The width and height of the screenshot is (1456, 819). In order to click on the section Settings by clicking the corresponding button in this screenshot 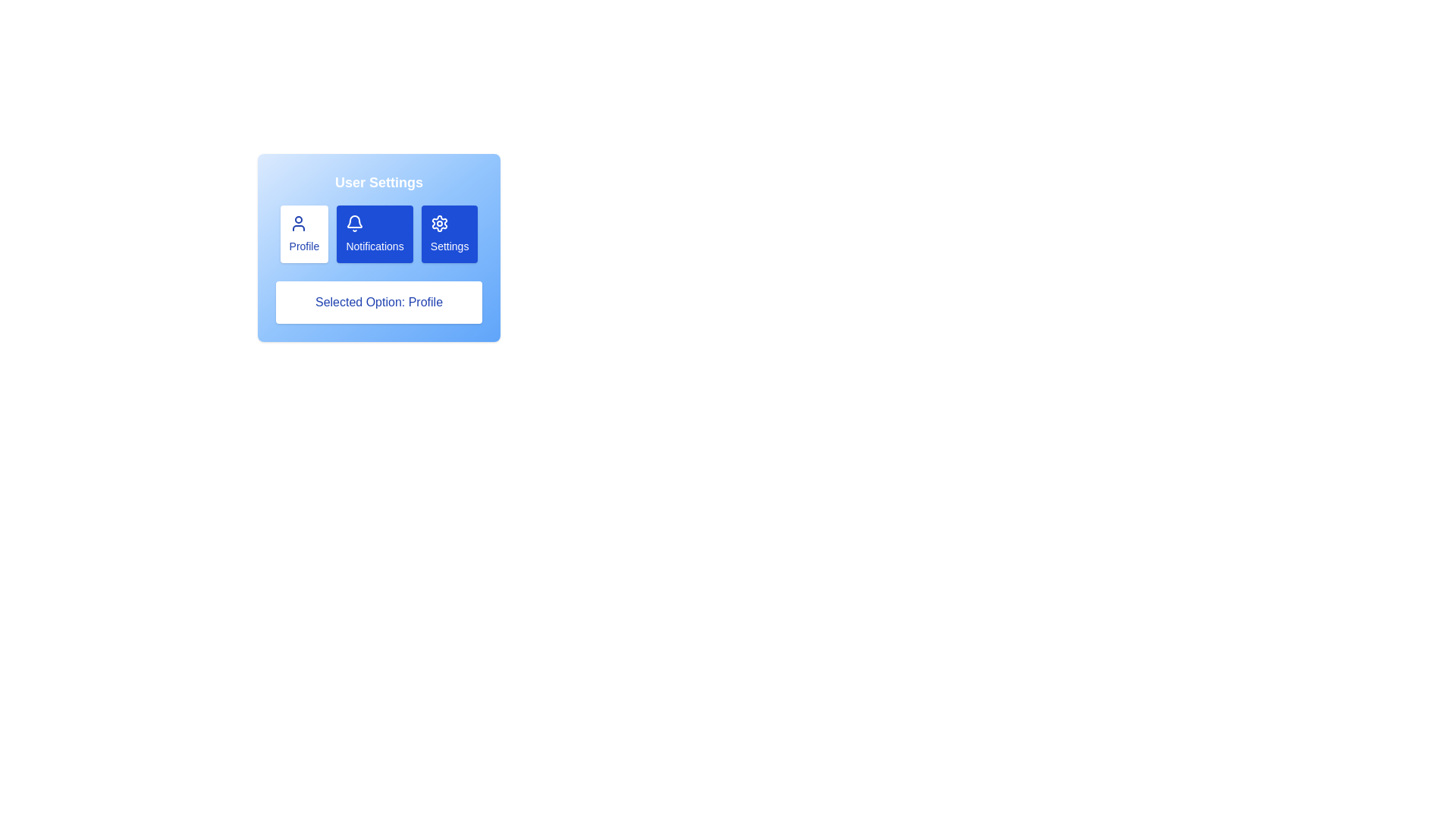, I will do `click(449, 234)`.